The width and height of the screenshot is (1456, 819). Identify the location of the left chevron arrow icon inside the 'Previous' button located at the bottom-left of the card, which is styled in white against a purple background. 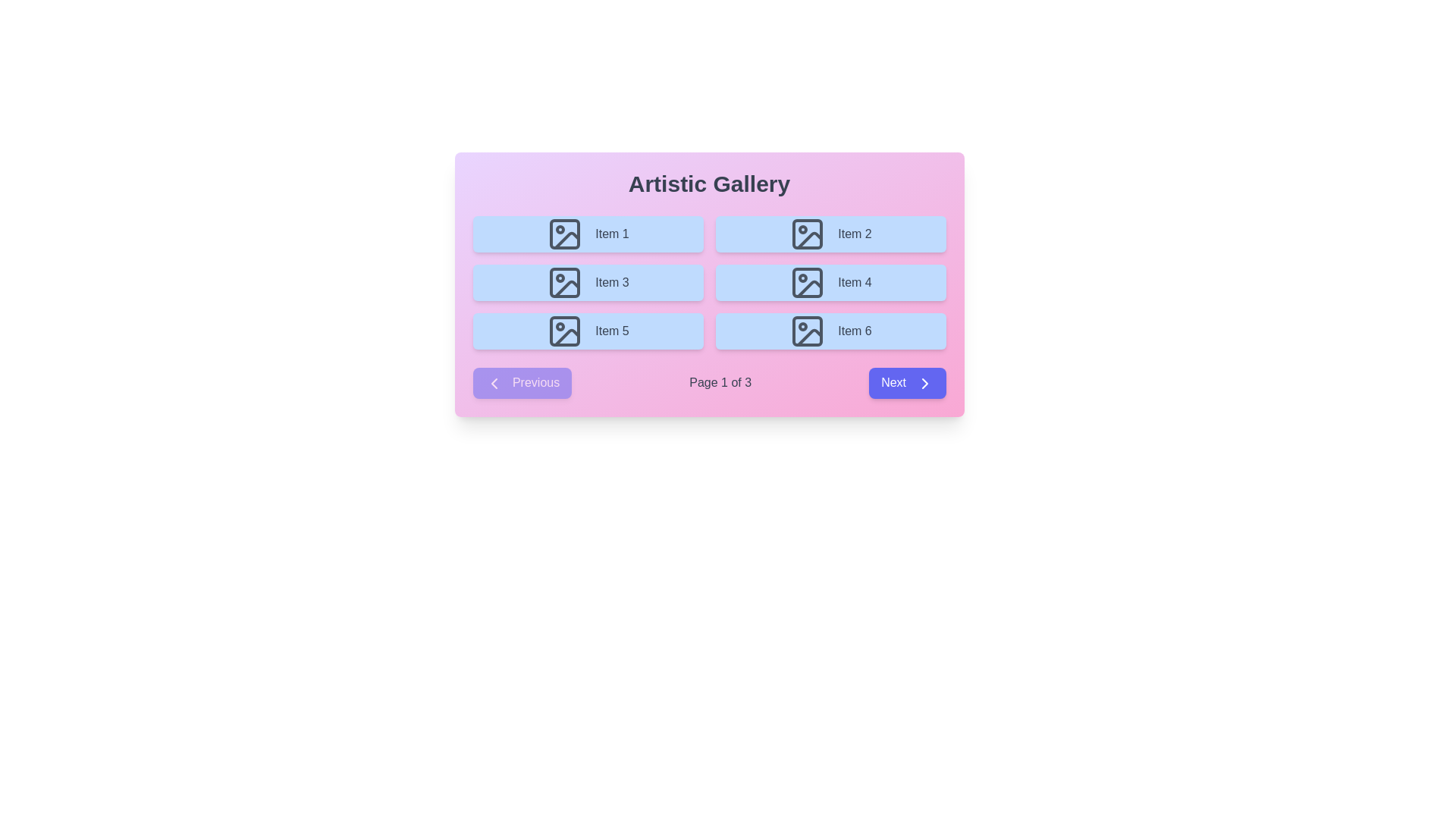
(494, 382).